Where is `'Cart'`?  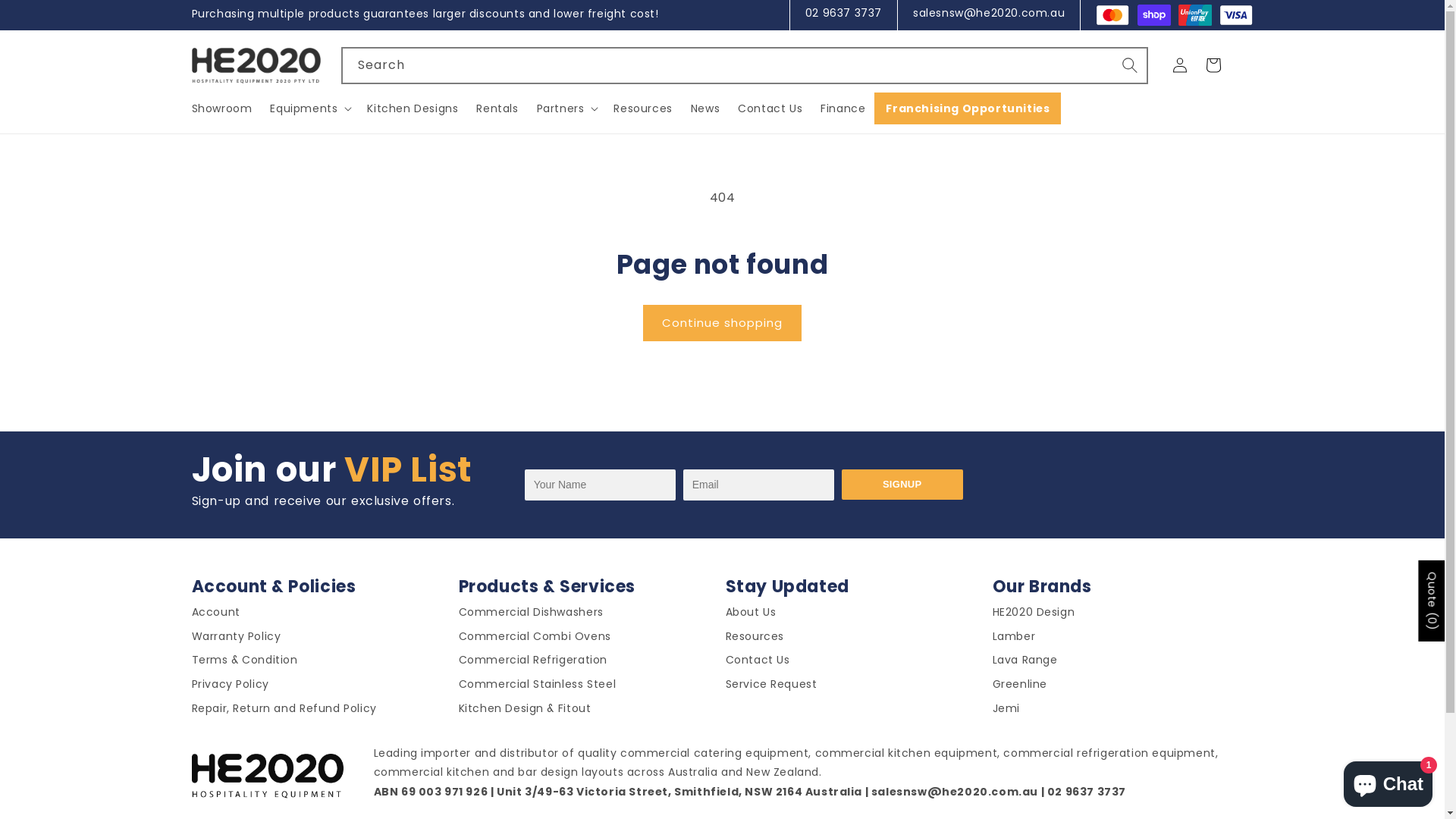 'Cart' is located at coordinates (1212, 64).